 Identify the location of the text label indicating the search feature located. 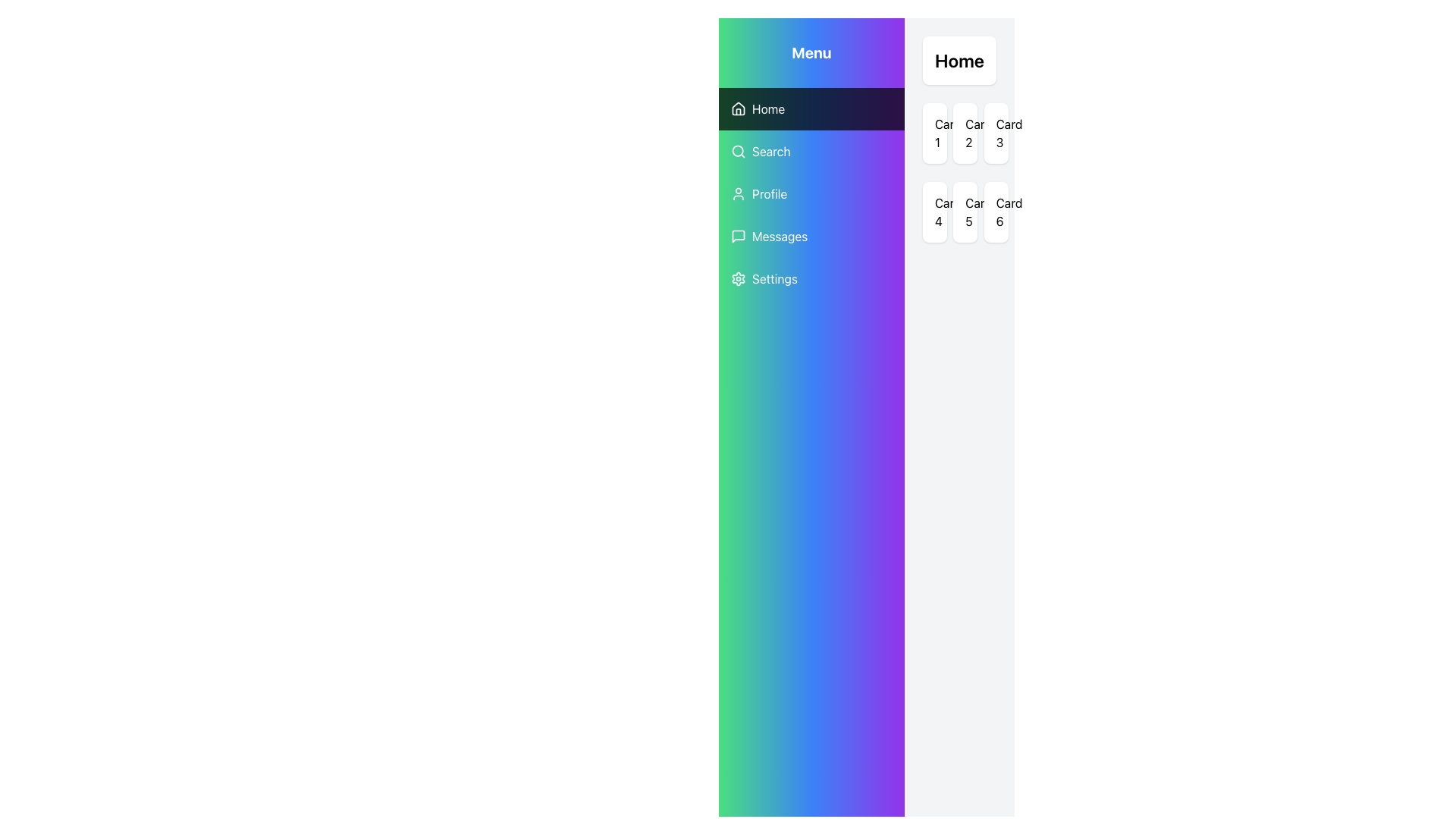
(771, 152).